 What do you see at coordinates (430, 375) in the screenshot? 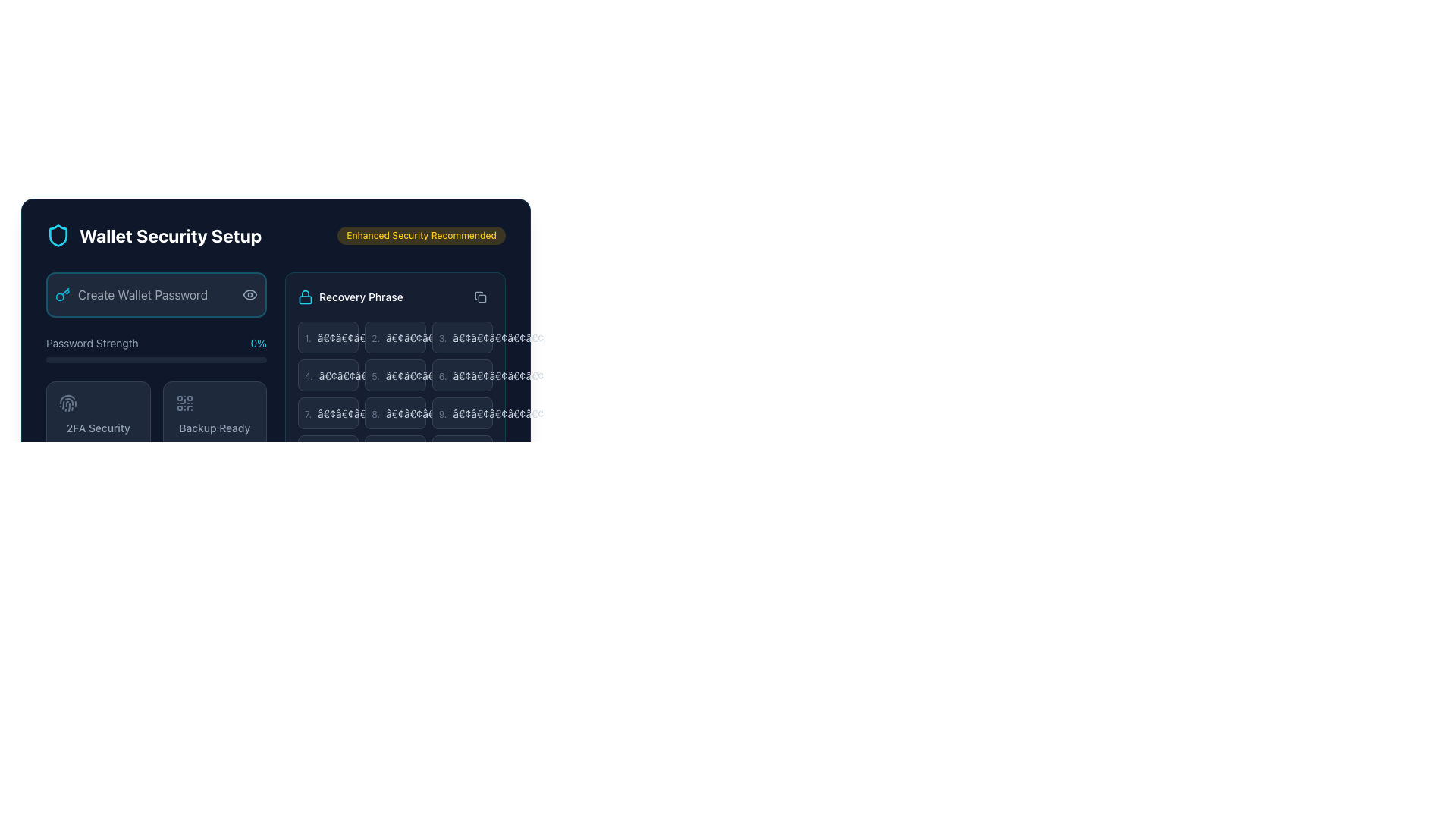
I see `the second placeholder text element in the recovery phrase grid under the 'Recovery Phrase' section to interact or edit it` at bounding box center [430, 375].